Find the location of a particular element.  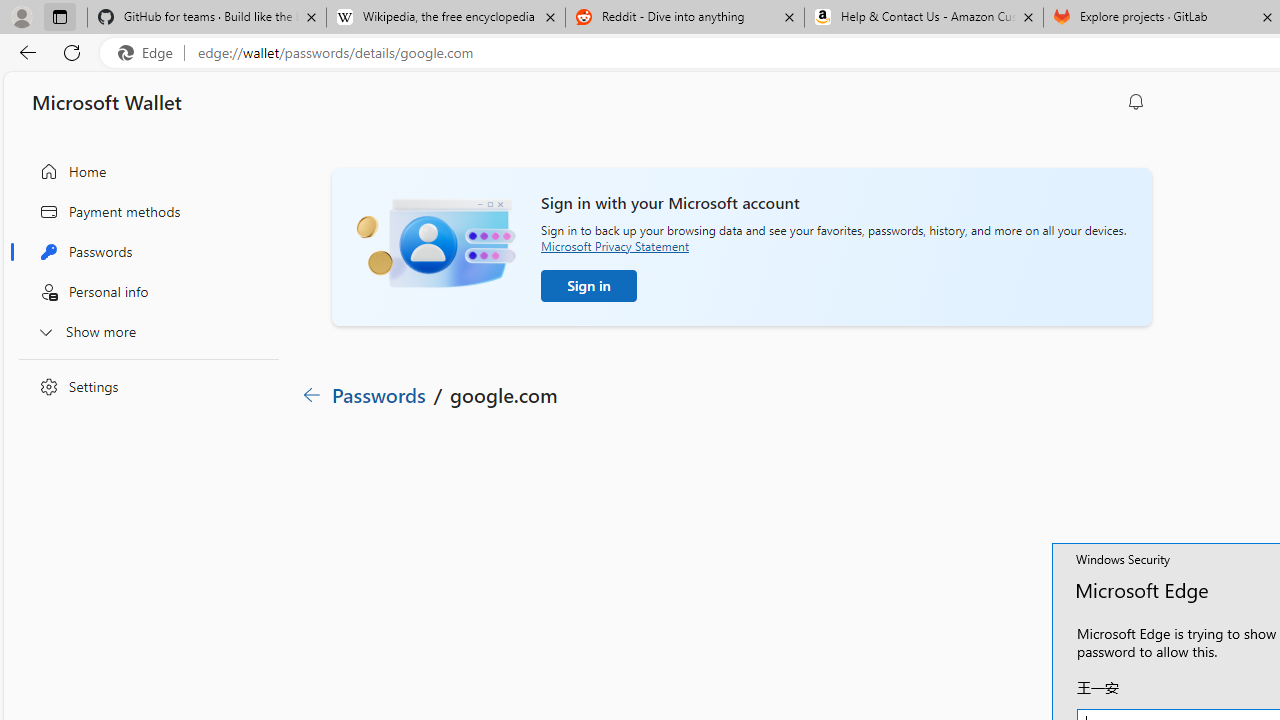

'Notification' is located at coordinates (1136, 101).